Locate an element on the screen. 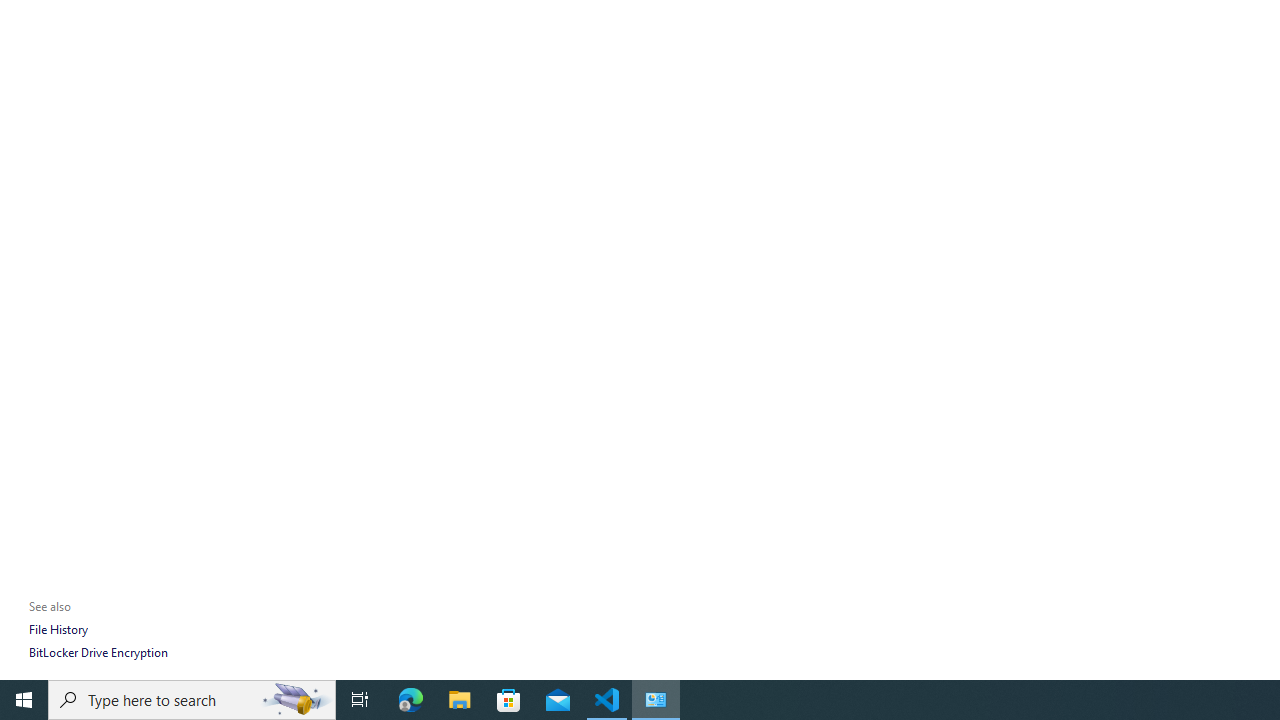  'BitLocker Drive Encryption' is located at coordinates (97, 652).